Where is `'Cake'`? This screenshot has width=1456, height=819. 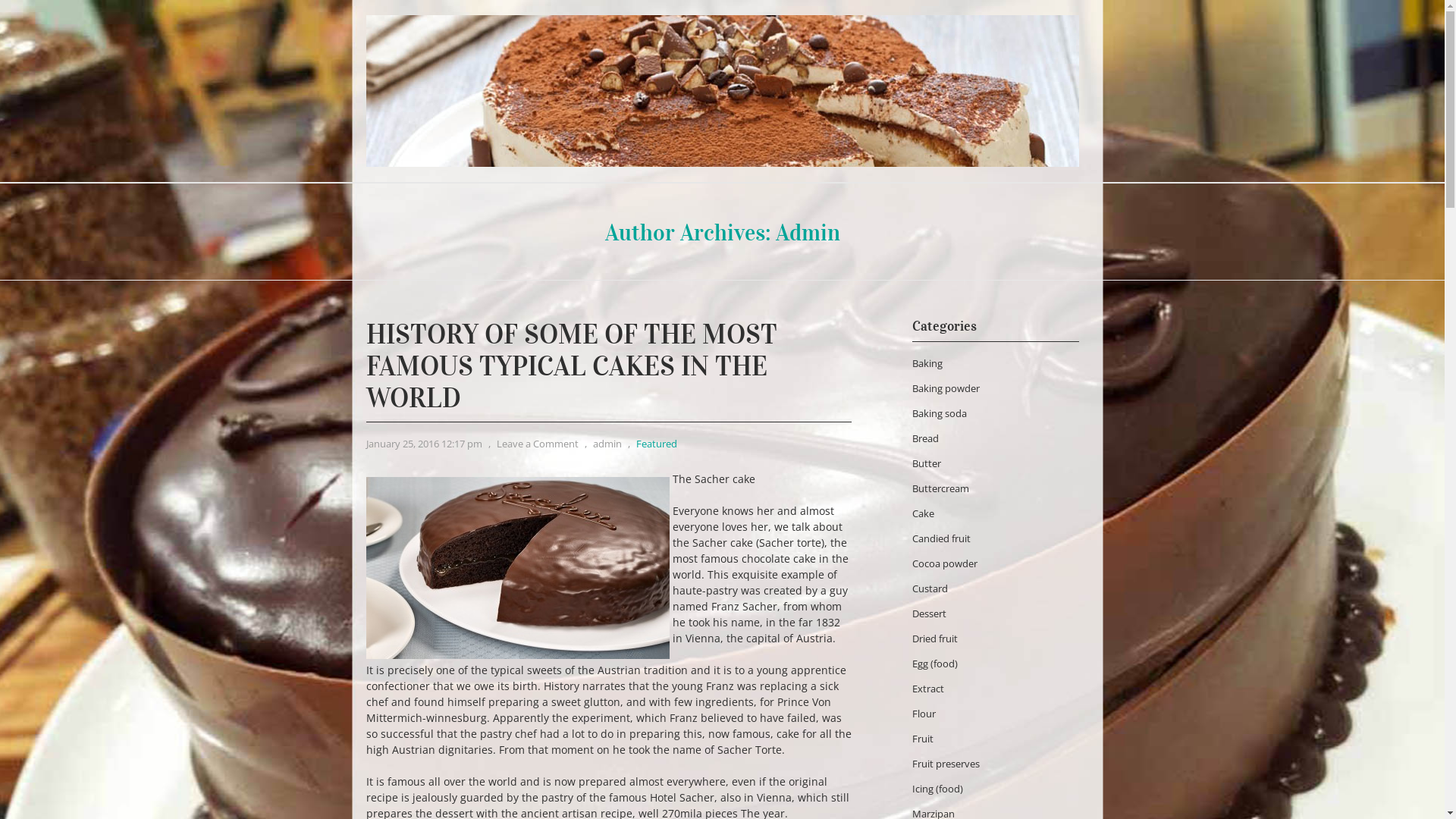
'Cake' is located at coordinates (921, 513).